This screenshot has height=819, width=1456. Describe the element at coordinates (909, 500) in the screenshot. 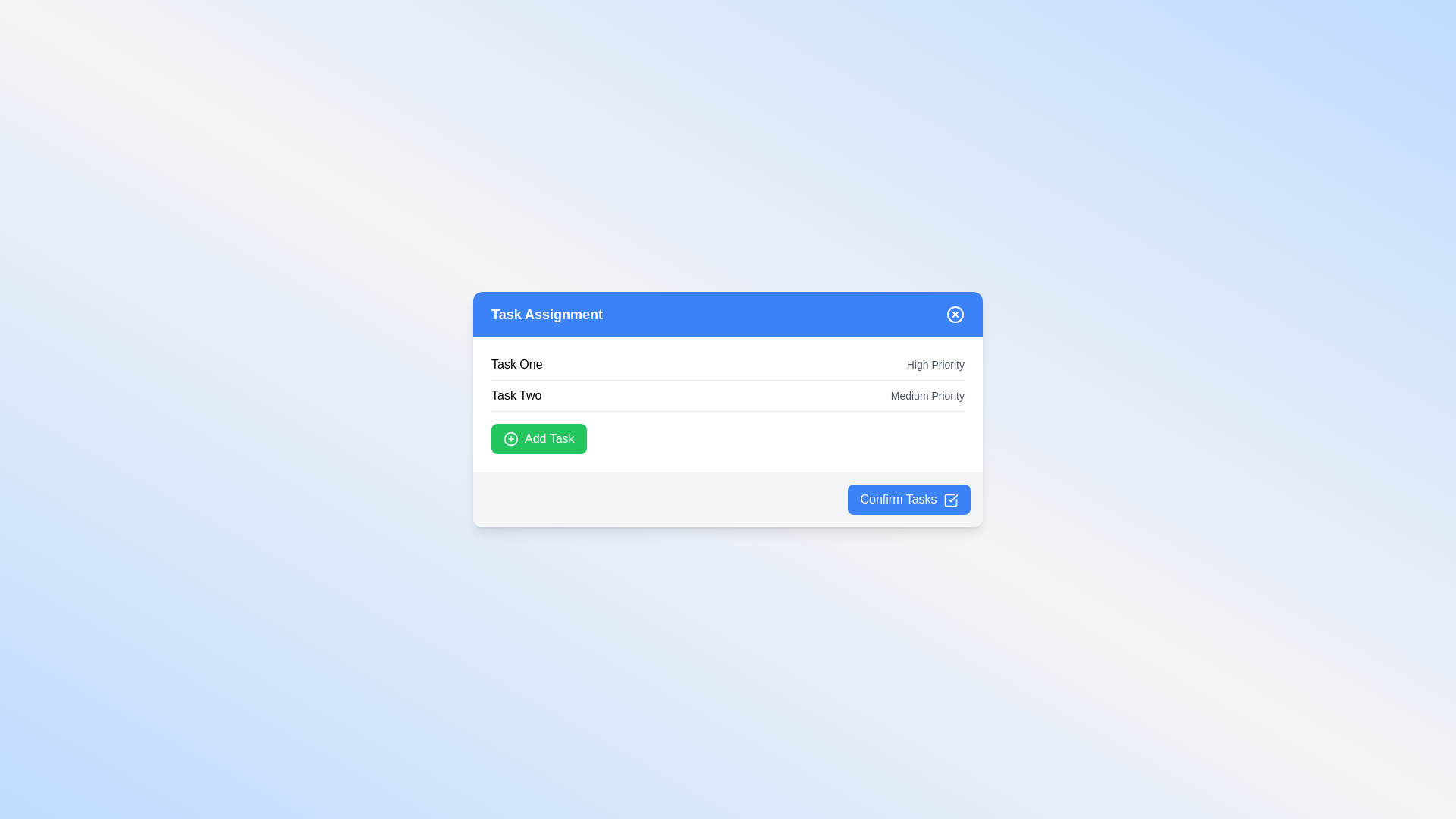

I see `the 'Confirm Tasks' button` at that location.